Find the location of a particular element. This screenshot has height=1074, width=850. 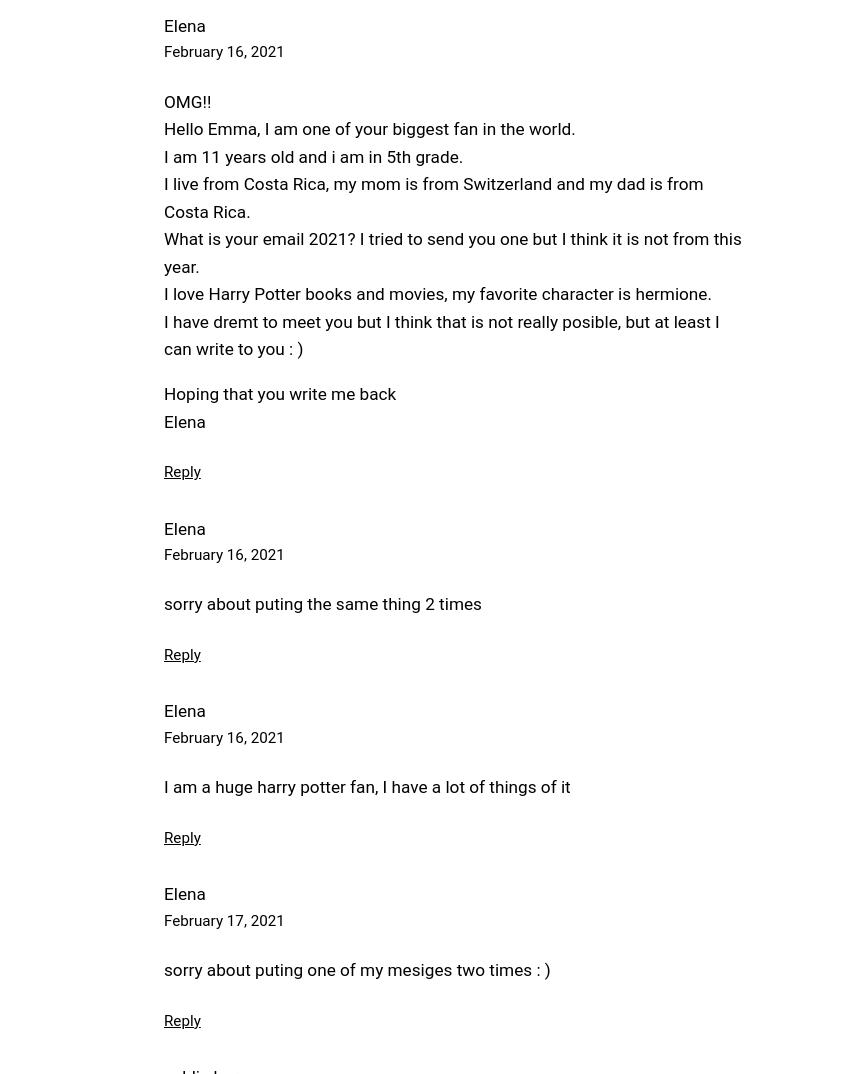

'Hello Emma, I am one of your biggest fan in the world.' is located at coordinates (368, 127).